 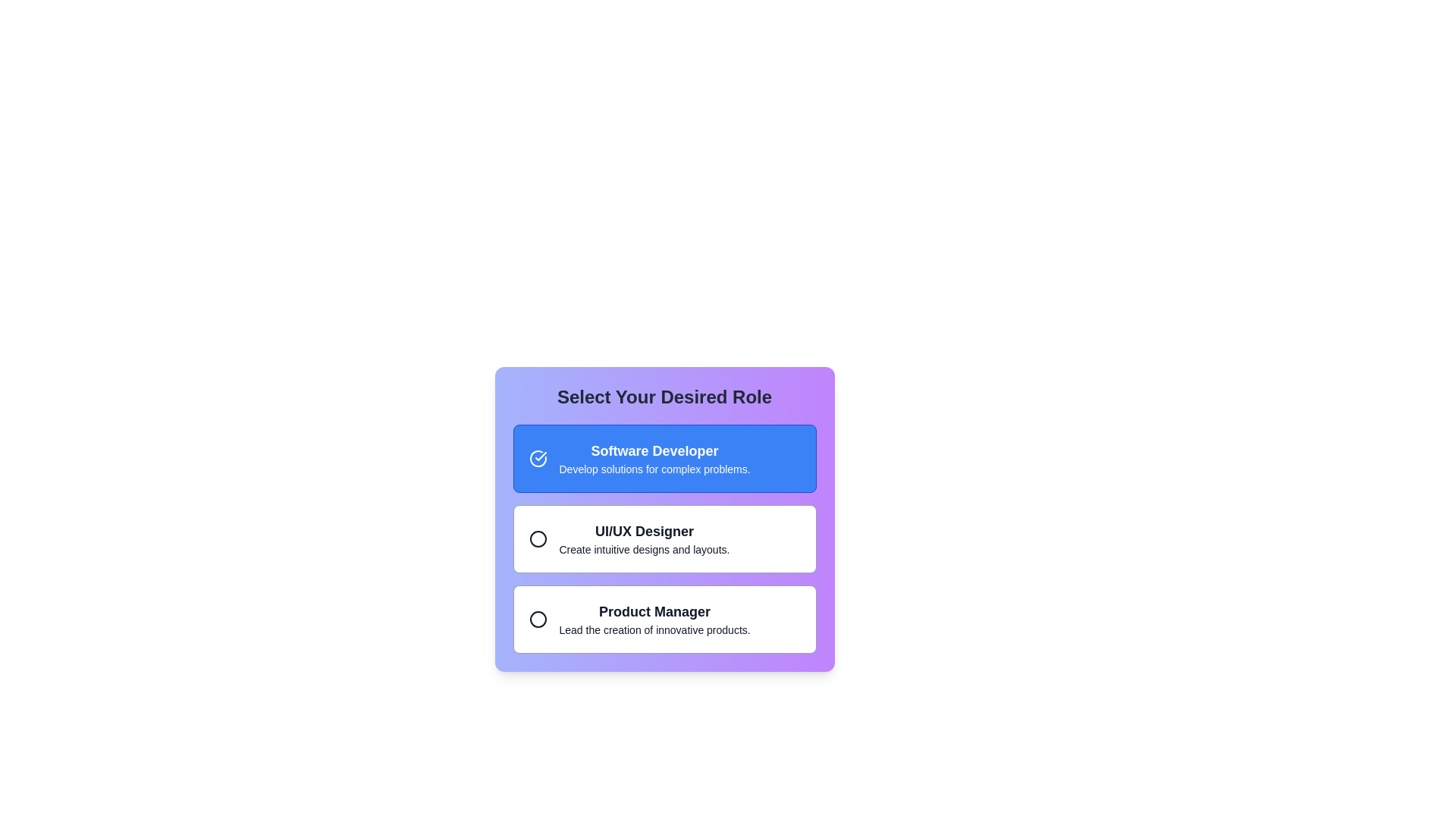 What do you see at coordinates (654, 458) in the screenshot?
I see `the first selectable option for the 'Software Developer' role, which is visually distinguished by its blue background` at bounding box center [654, 458].